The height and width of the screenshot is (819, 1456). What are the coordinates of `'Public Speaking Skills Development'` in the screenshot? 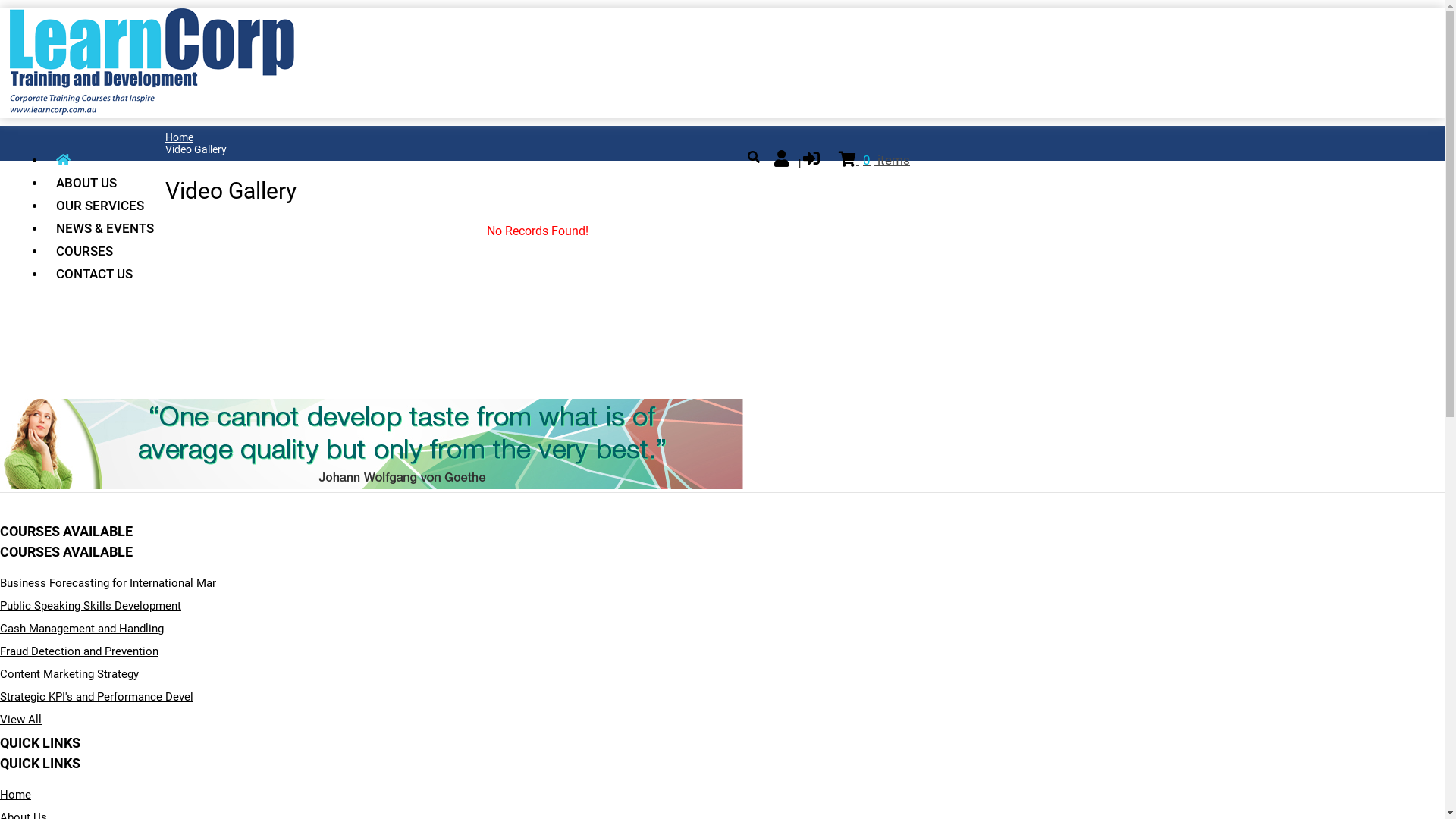 It's located at (89, 604).